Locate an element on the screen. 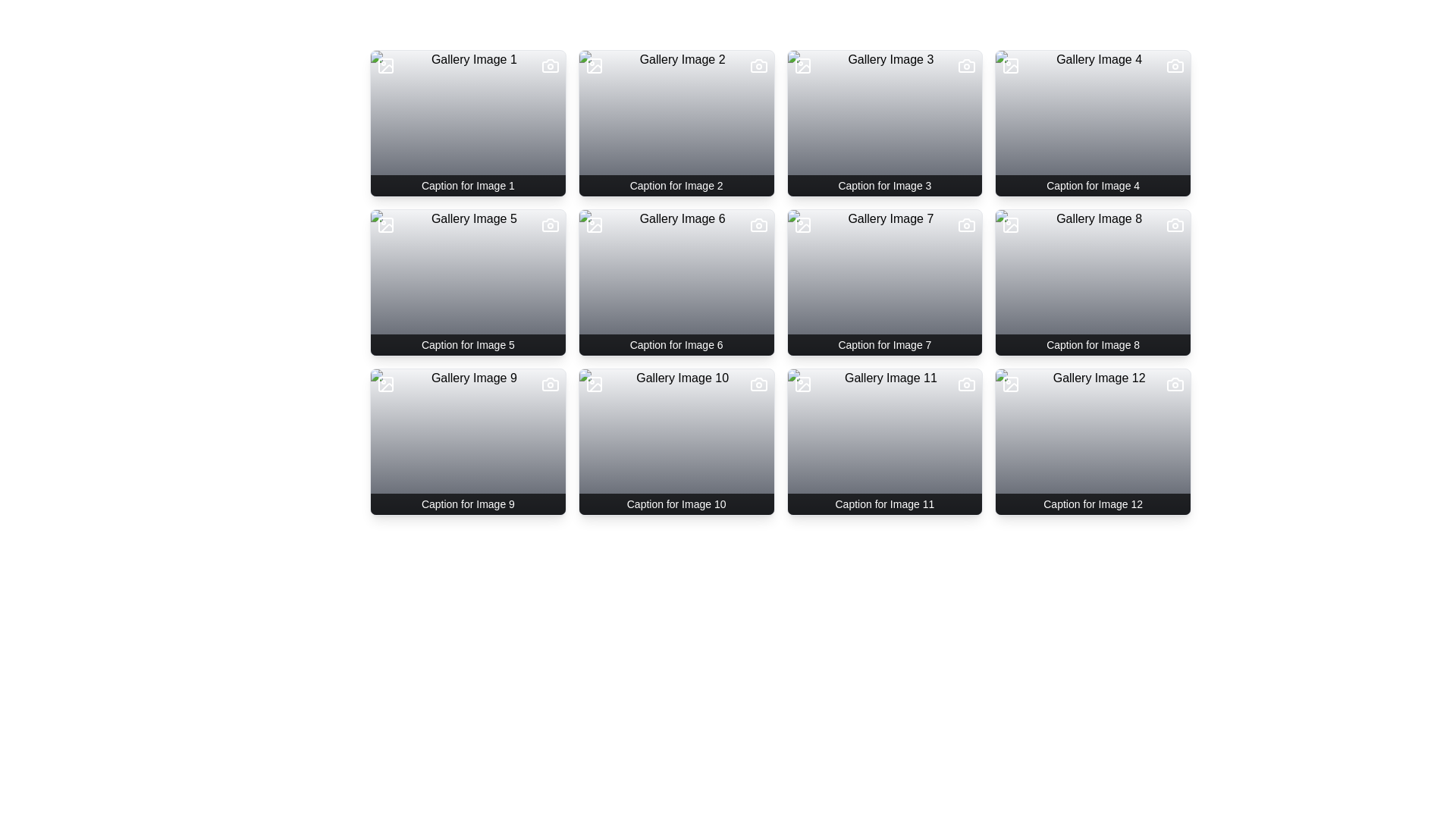 This screenshot has width=1456, height=819. the decorative shape (SVG rectangle) located in the top-left corner of the 'Gallery Image 7' card, which has slightly rounded corners is located at coordinates (802, 225).